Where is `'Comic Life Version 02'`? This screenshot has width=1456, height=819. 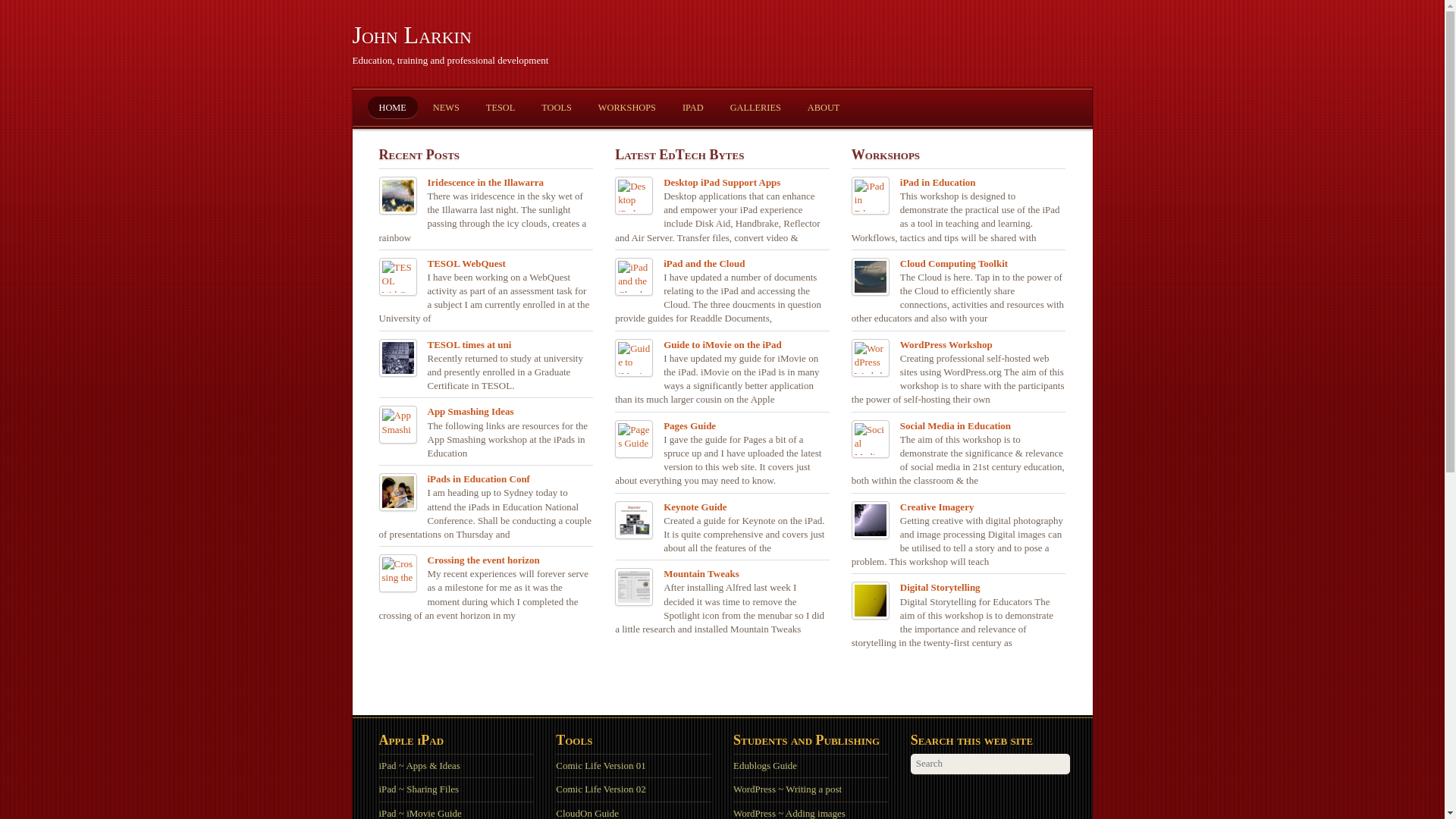
'Comic Life Version 02' is located at coordinates (600, 788).